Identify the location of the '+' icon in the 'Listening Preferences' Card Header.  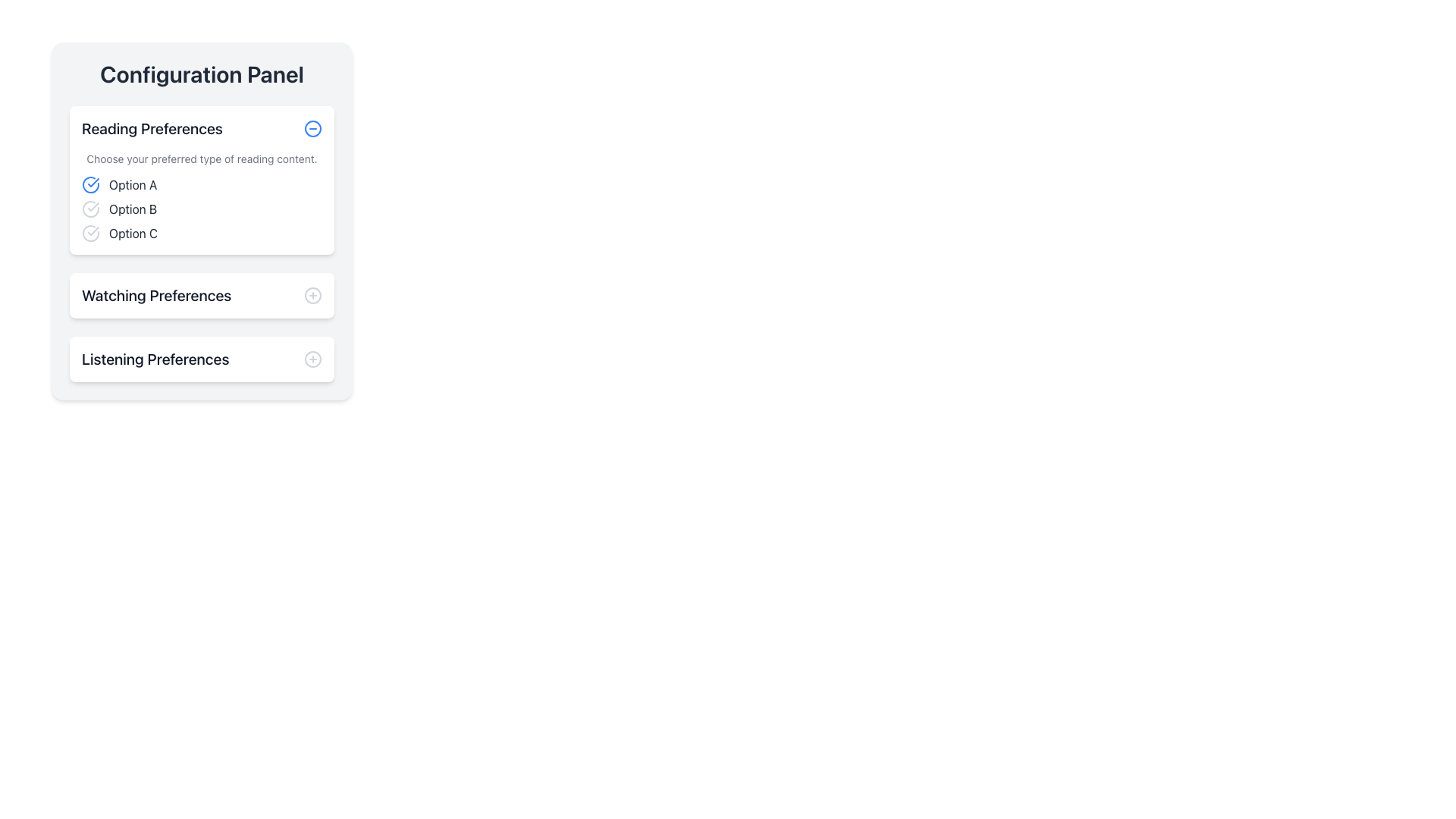
(201, 359).